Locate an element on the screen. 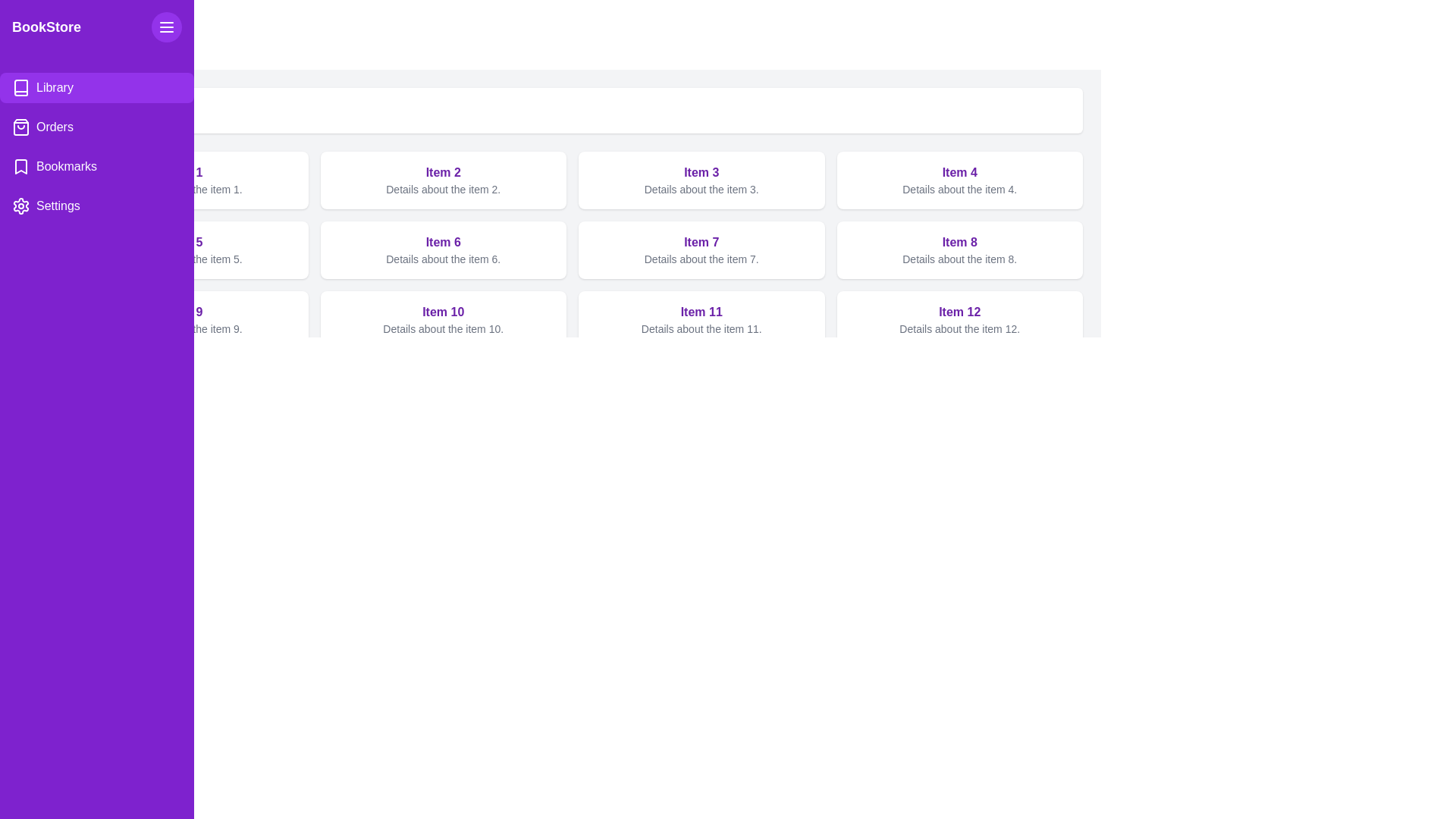 The image size is (1456, 819). the 'Library' text label in the navigation menu, which is located in the second row of the sidebar items, aligned horizontally to the right of a book icon, and part of a rounded purple button group is located at coordinates (55, 87).